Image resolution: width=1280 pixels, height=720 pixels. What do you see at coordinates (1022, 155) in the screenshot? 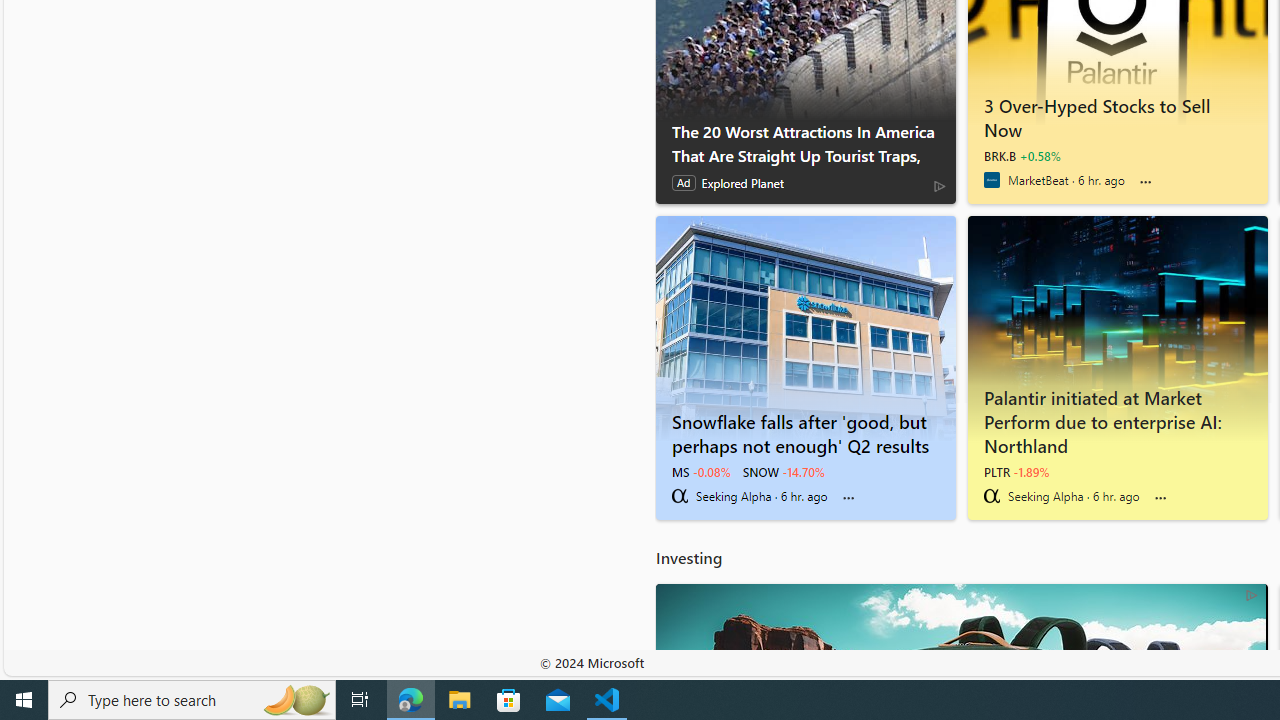
I see `'BRK.B +0.58%'` at bounding box center [1022, 155].